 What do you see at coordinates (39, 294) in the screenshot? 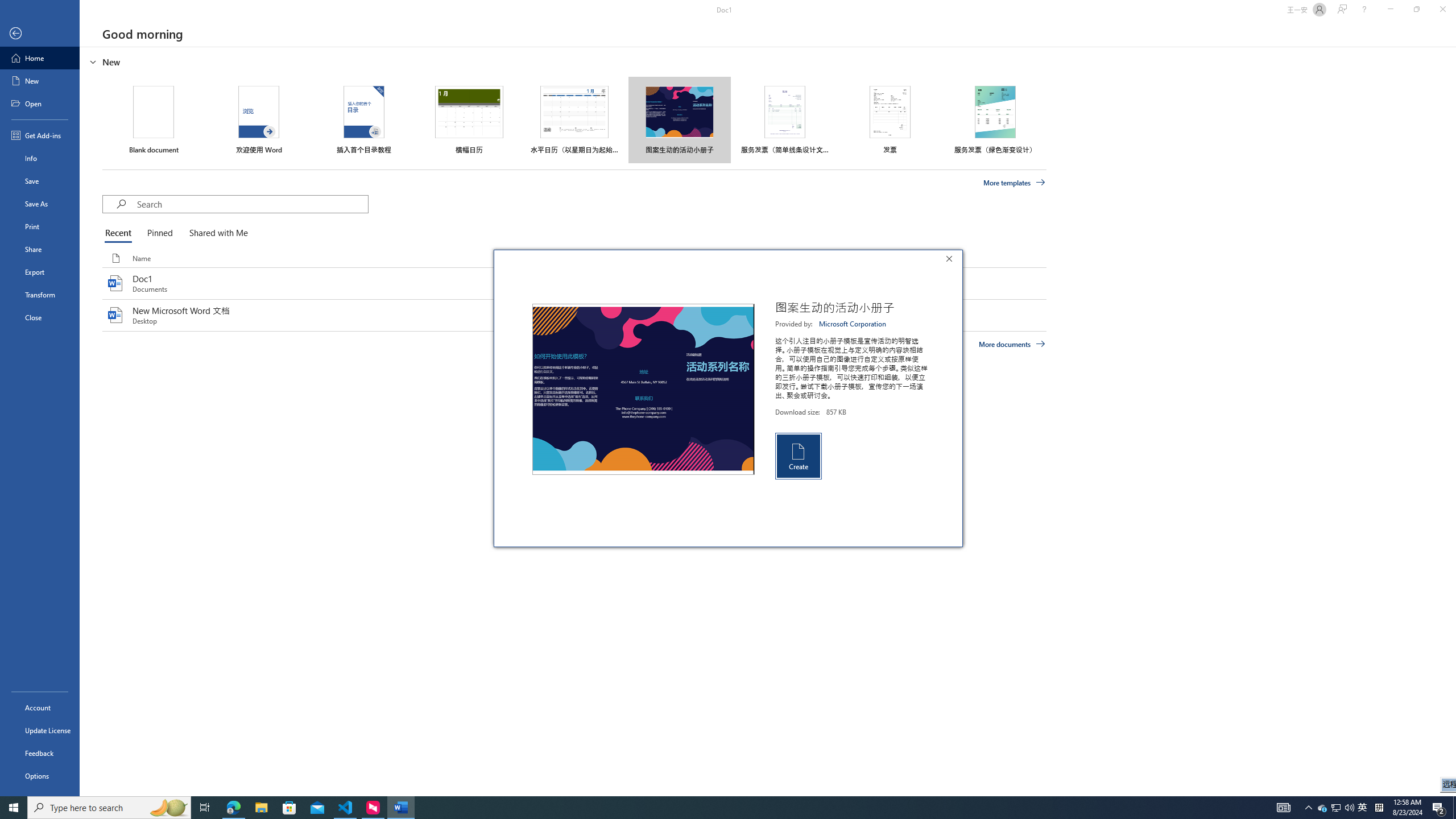
I see `'Transform'` at bounding box center [39, 294].